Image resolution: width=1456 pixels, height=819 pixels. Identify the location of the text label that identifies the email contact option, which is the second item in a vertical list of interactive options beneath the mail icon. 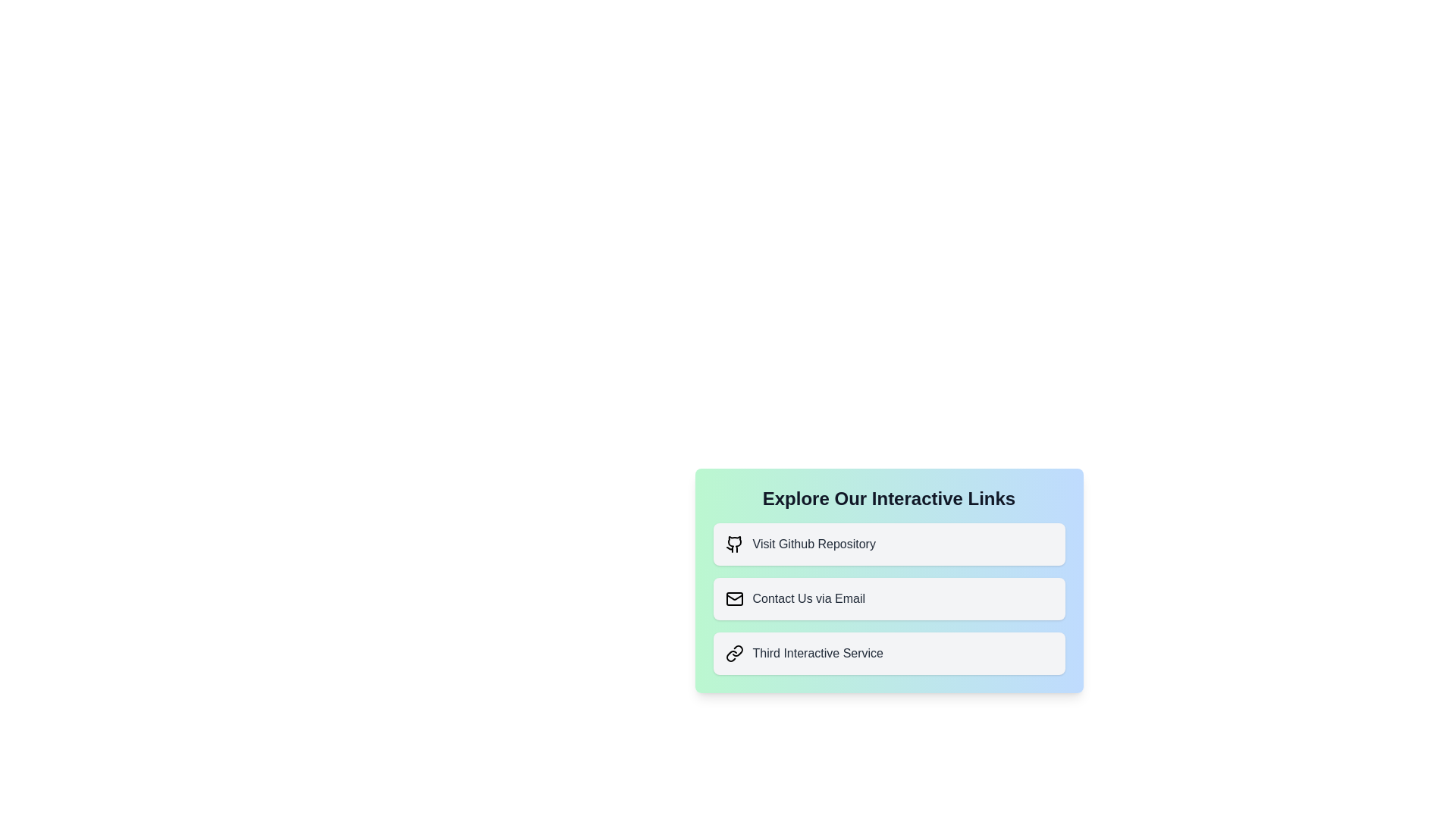
(808, 598).